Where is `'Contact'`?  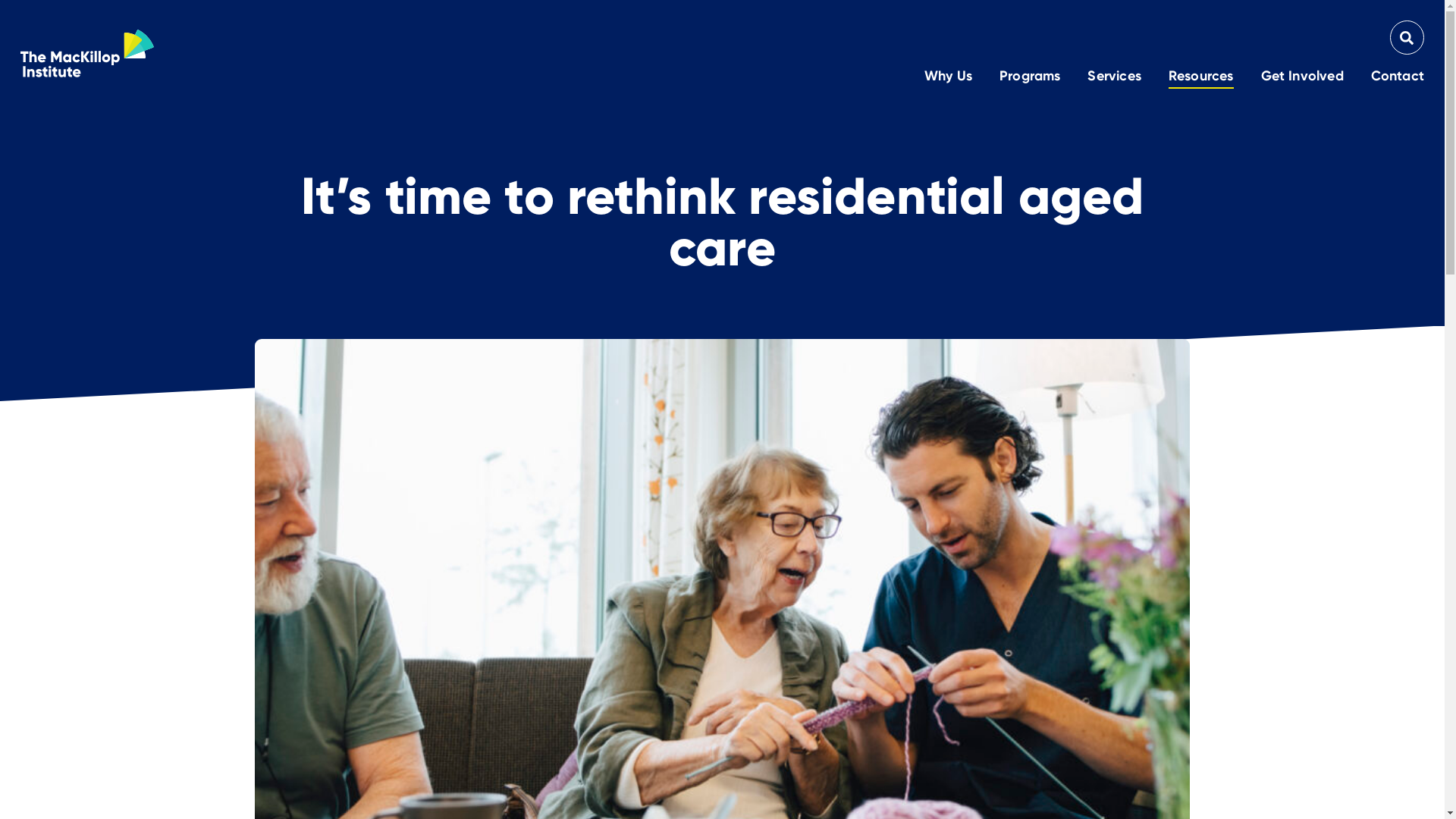
'Contact' is located at coordinates (1397, 77).